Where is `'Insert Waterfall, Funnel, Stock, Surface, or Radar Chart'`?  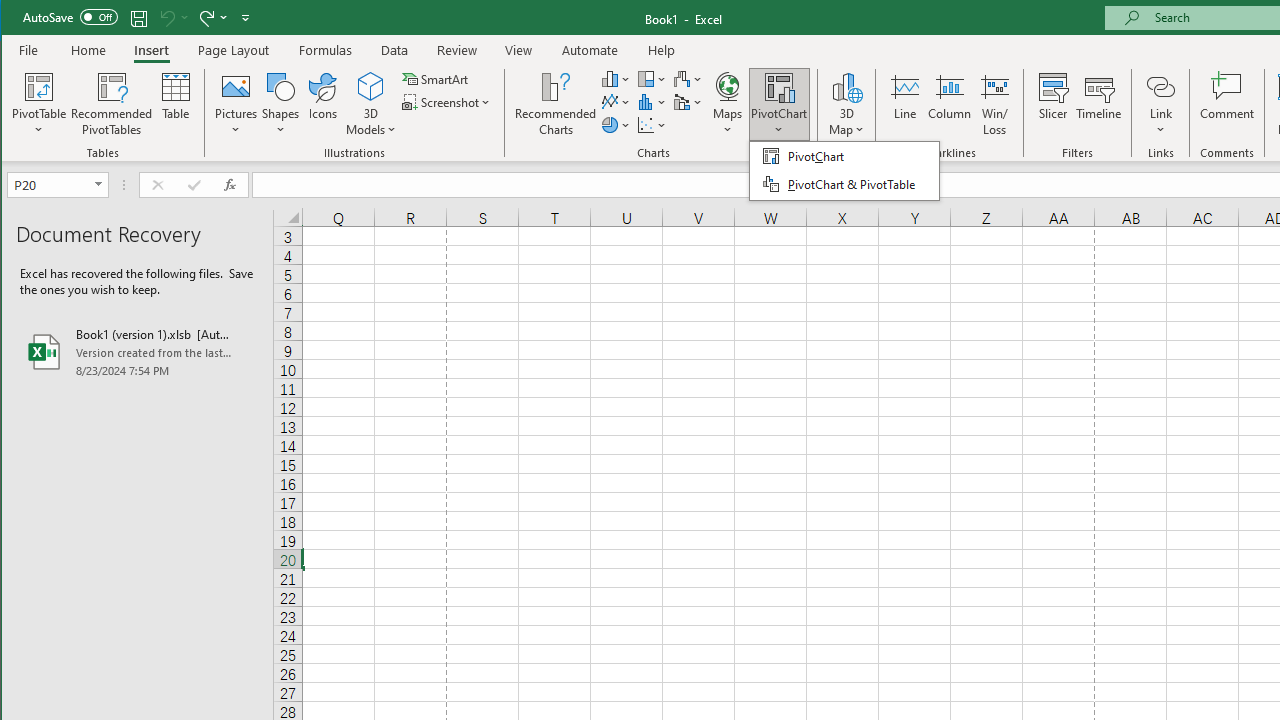 'Insert Waterfall, Funnel, Stock, Surface, or Radar Chart' is located at coordinates (688, 78).